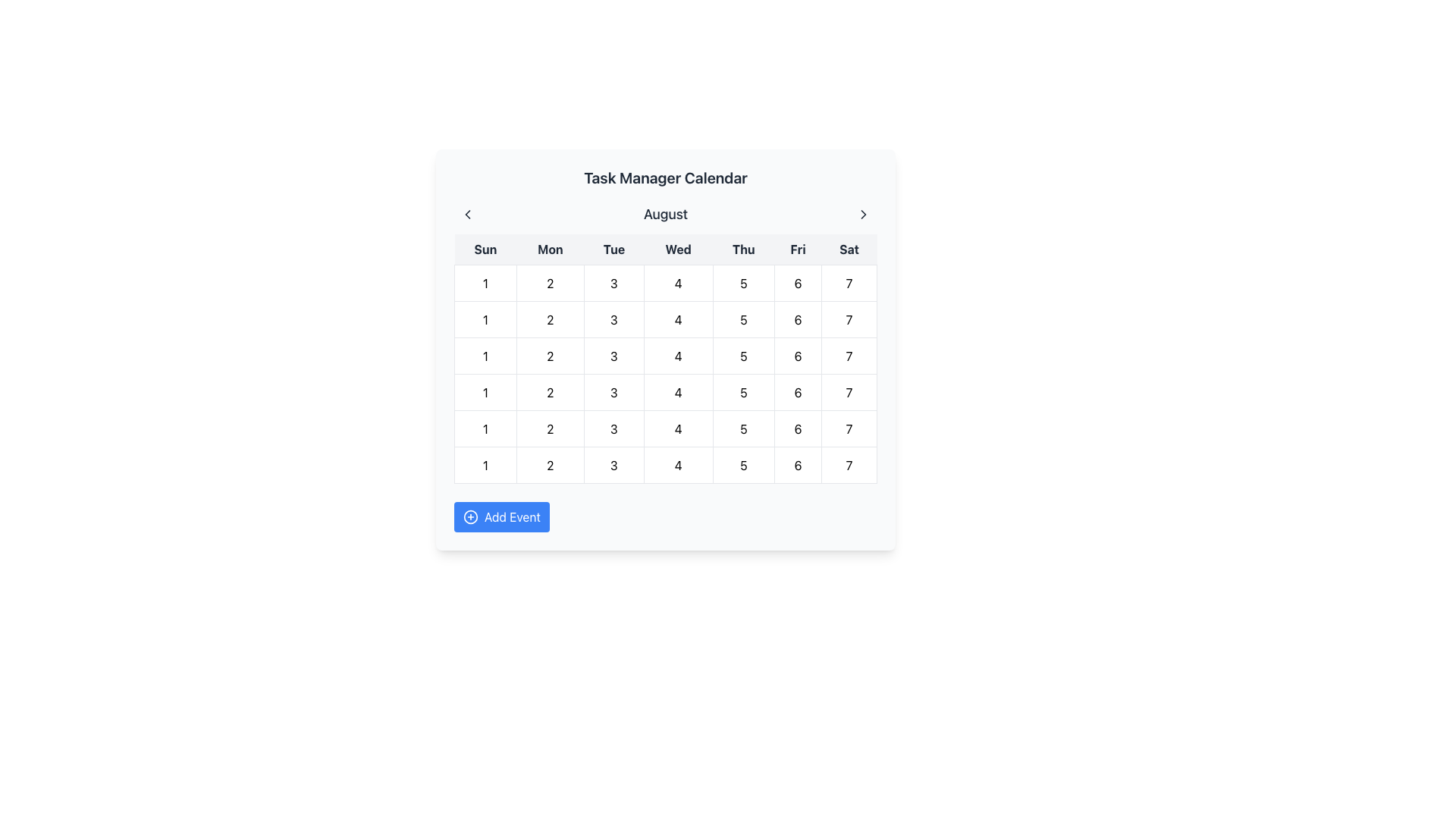 The width and height of the screenshot is (1456, 819). I want to click on the grid cell displaying the number '7' located in the Saturday column of the calendar grid, positioned at the bottom-right corner, so click(849, 428).